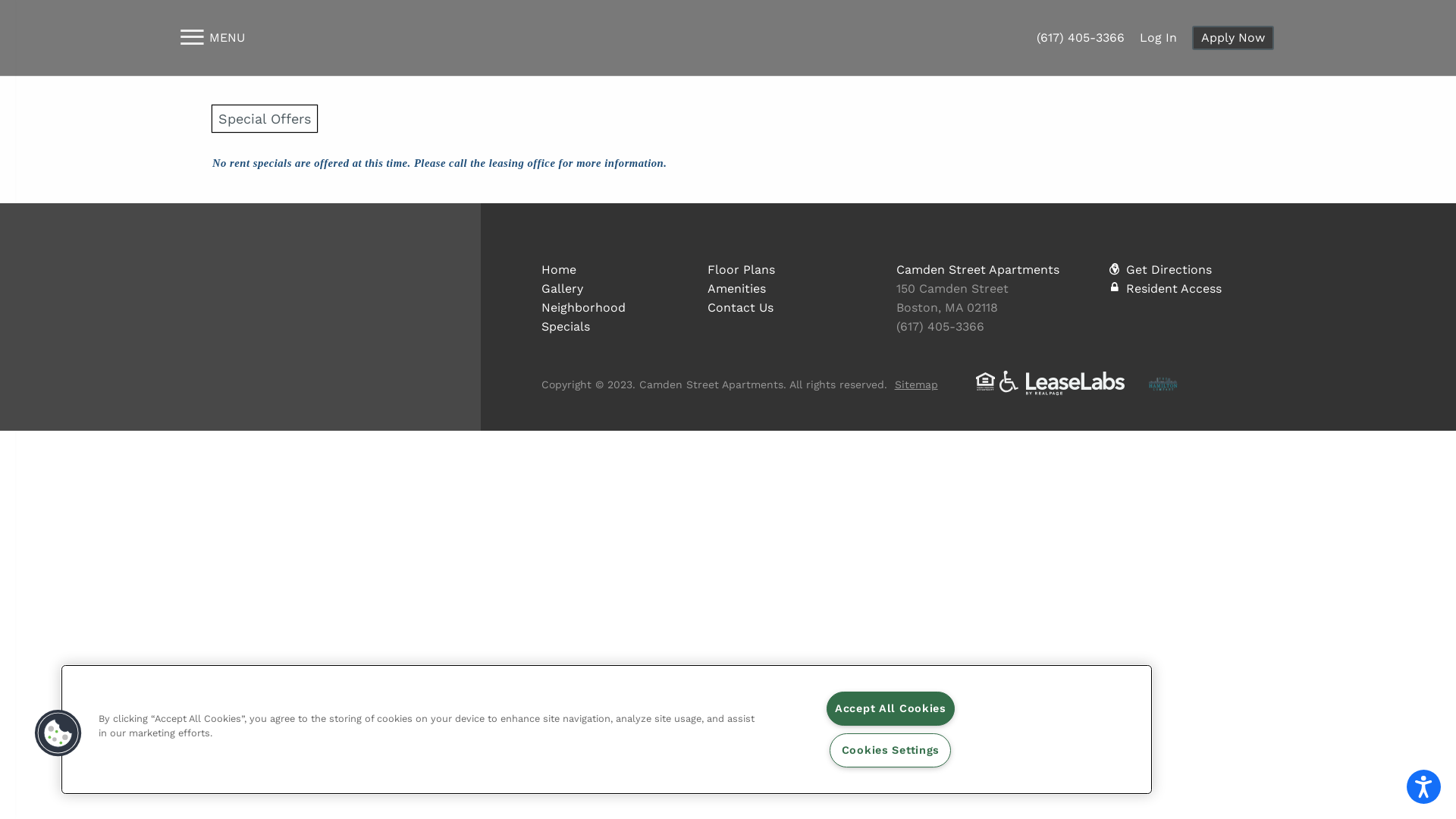 The width and height of the screenshot is (1456, 819). Describe the element at coordinates (890, 708) in the screenshot. I see `'Accept All Cookies'` at that location.